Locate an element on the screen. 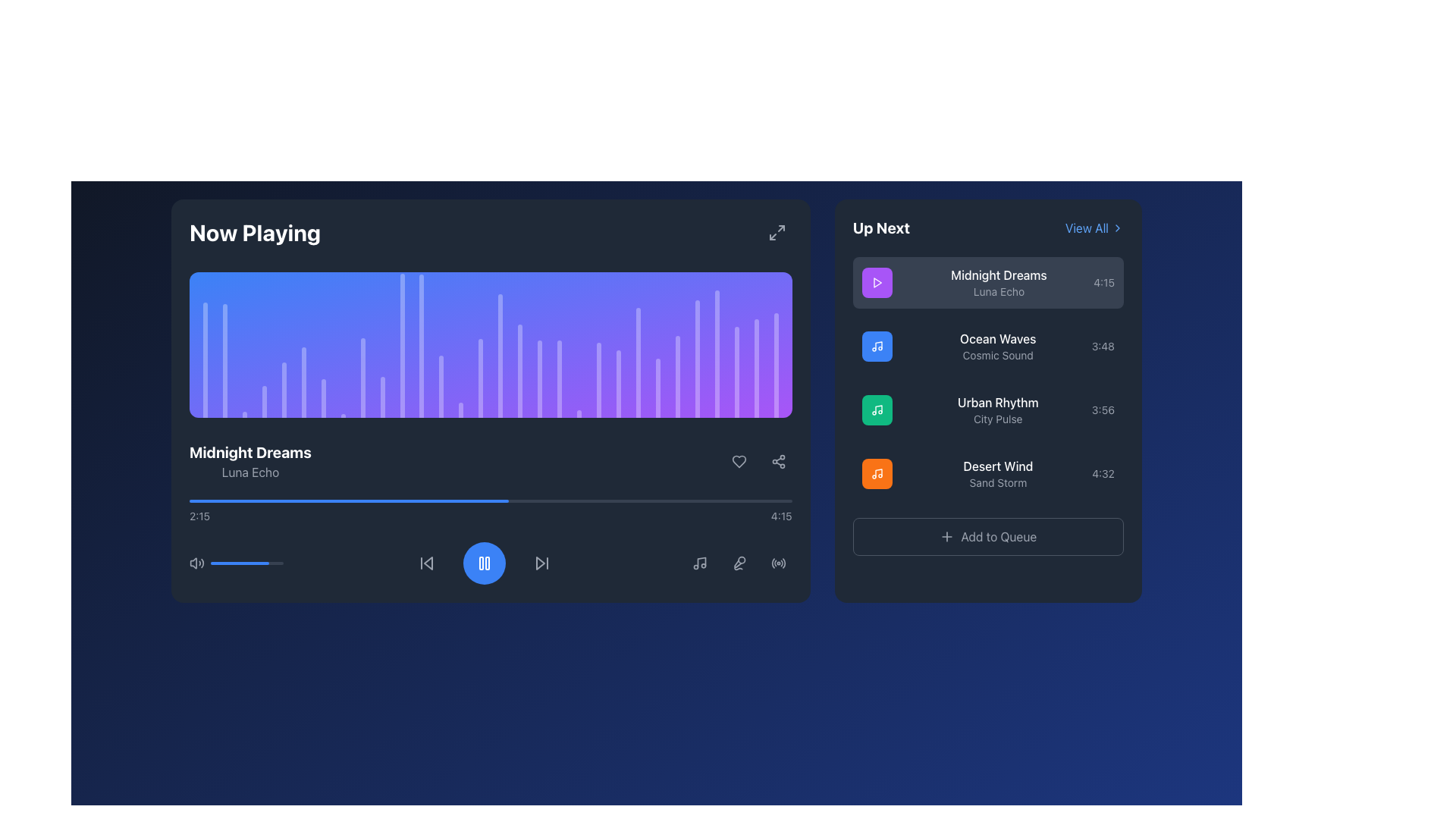 This screenshot has height=819, width=1456. the twenty-third graphical bar representing a data point in the bar graph visualization for potential interaction is located at coordinates (696, 359).